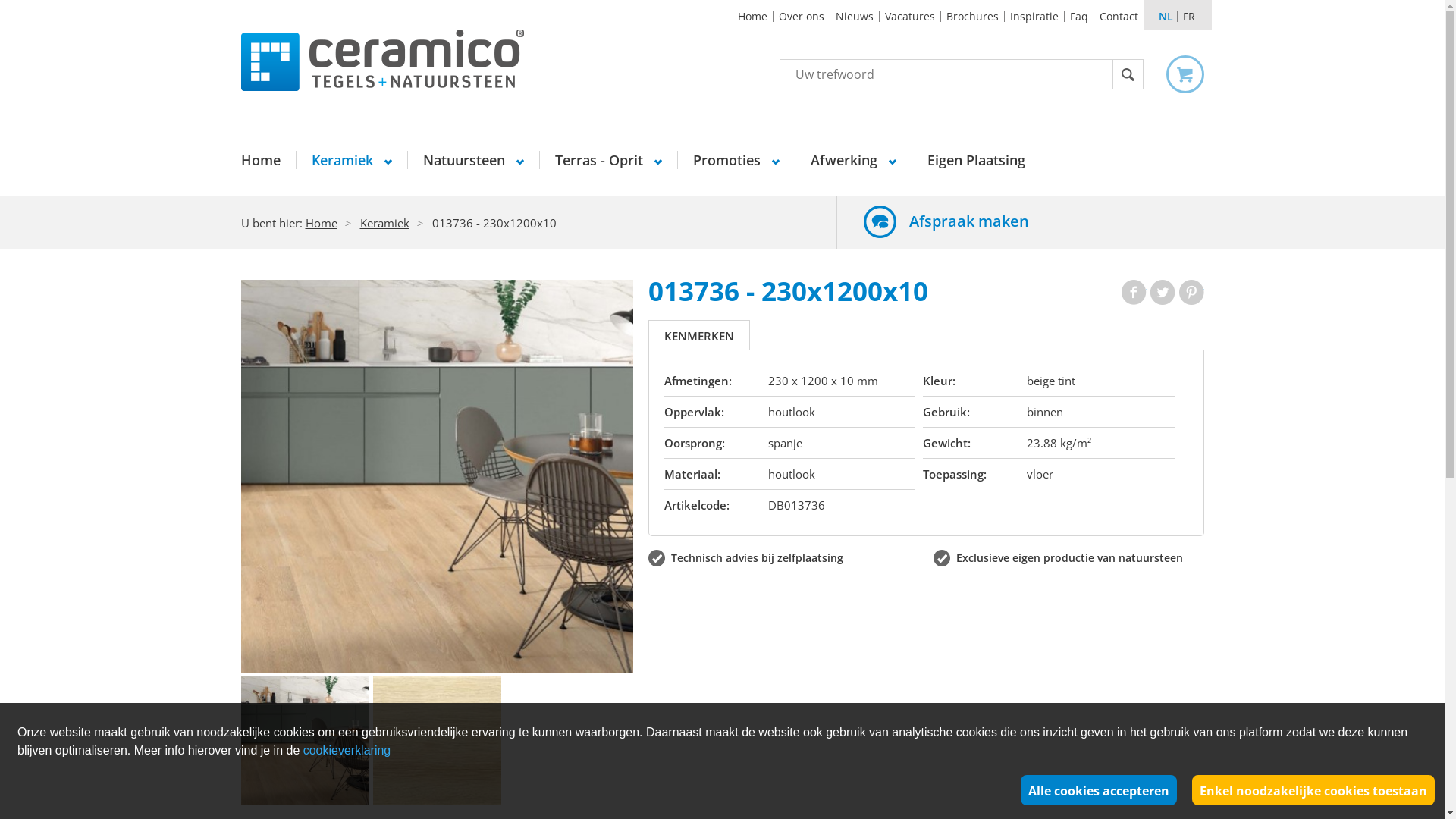 The image size is (1456, 819). What do you see at coordinates (975, 160) in the screenshot?
I see `'Eigen Plaatsing'` at bounding box center [975, 160].